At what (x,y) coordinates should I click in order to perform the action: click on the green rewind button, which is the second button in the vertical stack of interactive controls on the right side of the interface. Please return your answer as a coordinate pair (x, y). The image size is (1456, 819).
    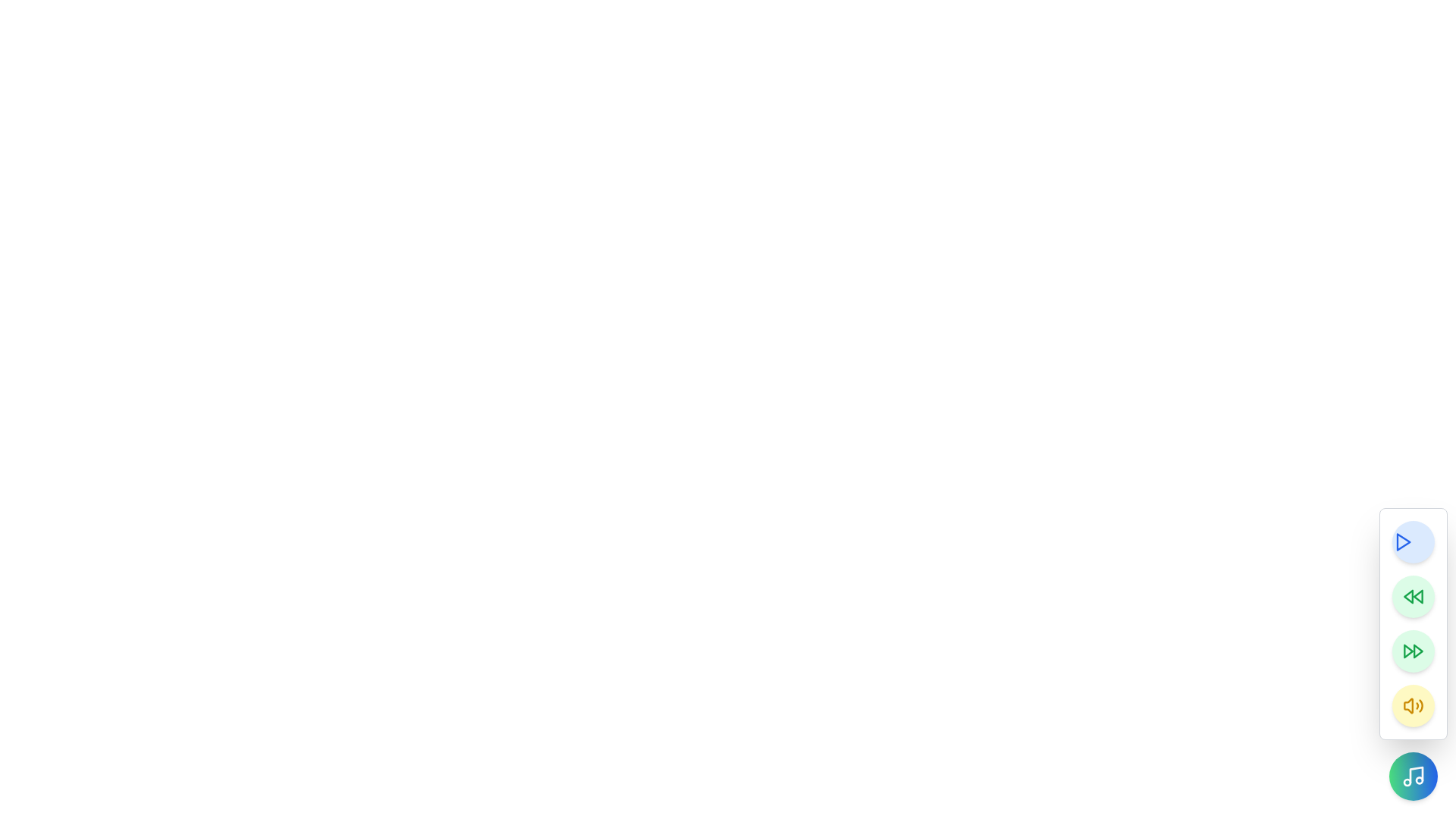
    Looking at the image, I should click on (1412, 595).